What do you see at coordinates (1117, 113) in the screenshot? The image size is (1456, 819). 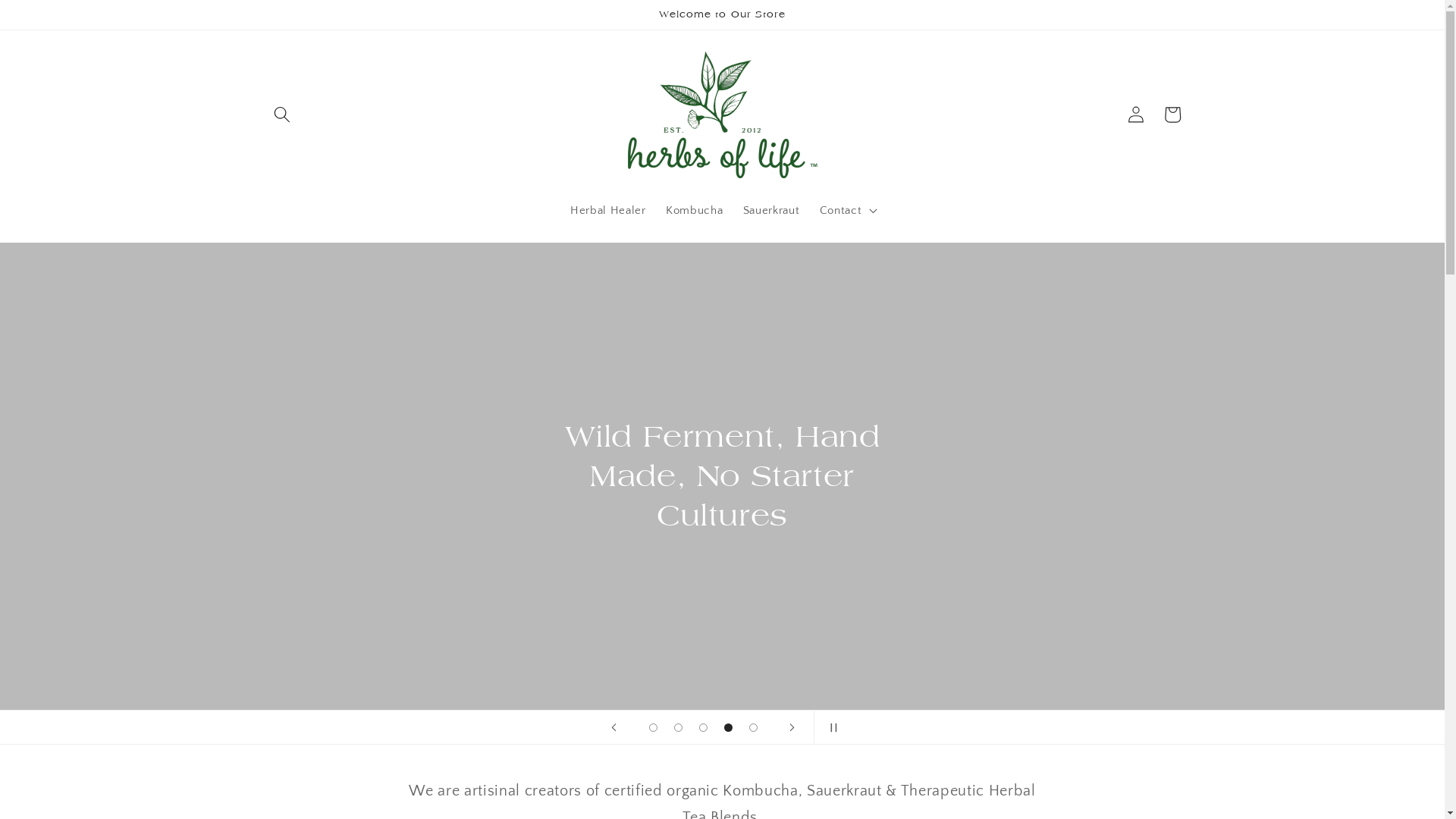 I see `'Log in'` at bounding box center [1117, 113].